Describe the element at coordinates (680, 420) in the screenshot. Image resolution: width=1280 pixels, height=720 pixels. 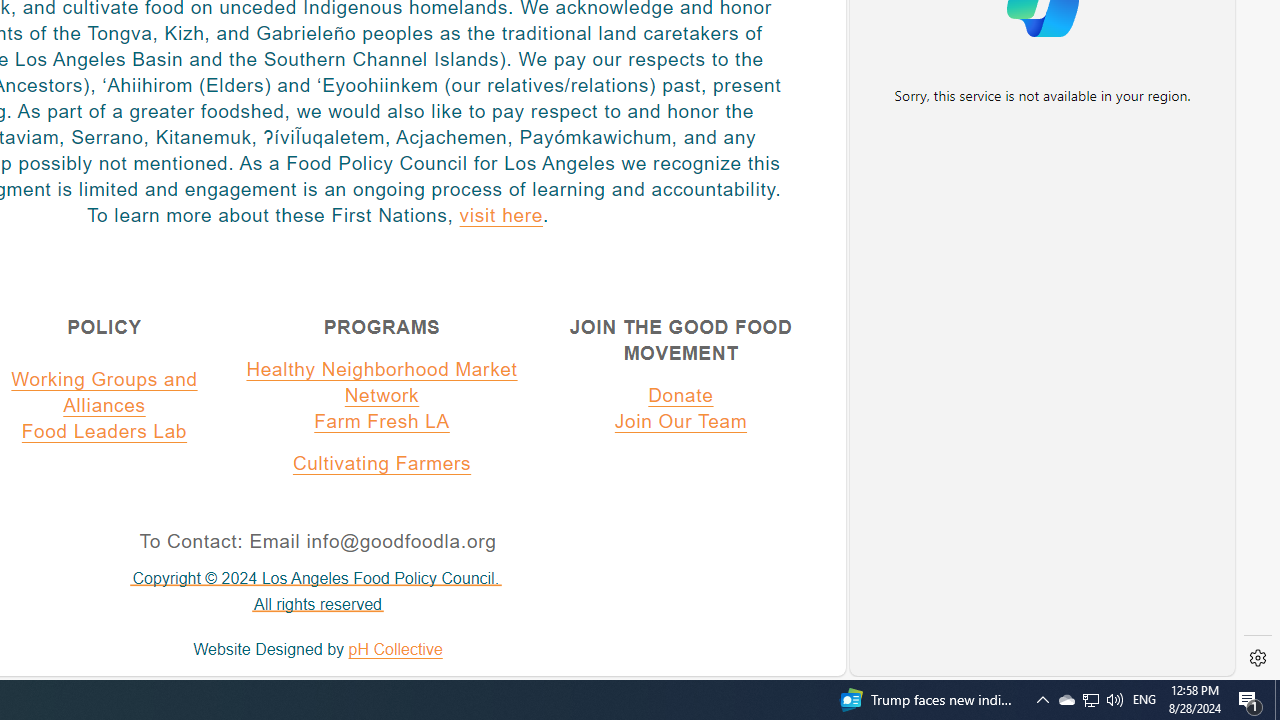
I see `'Join Our Team'` at that location.